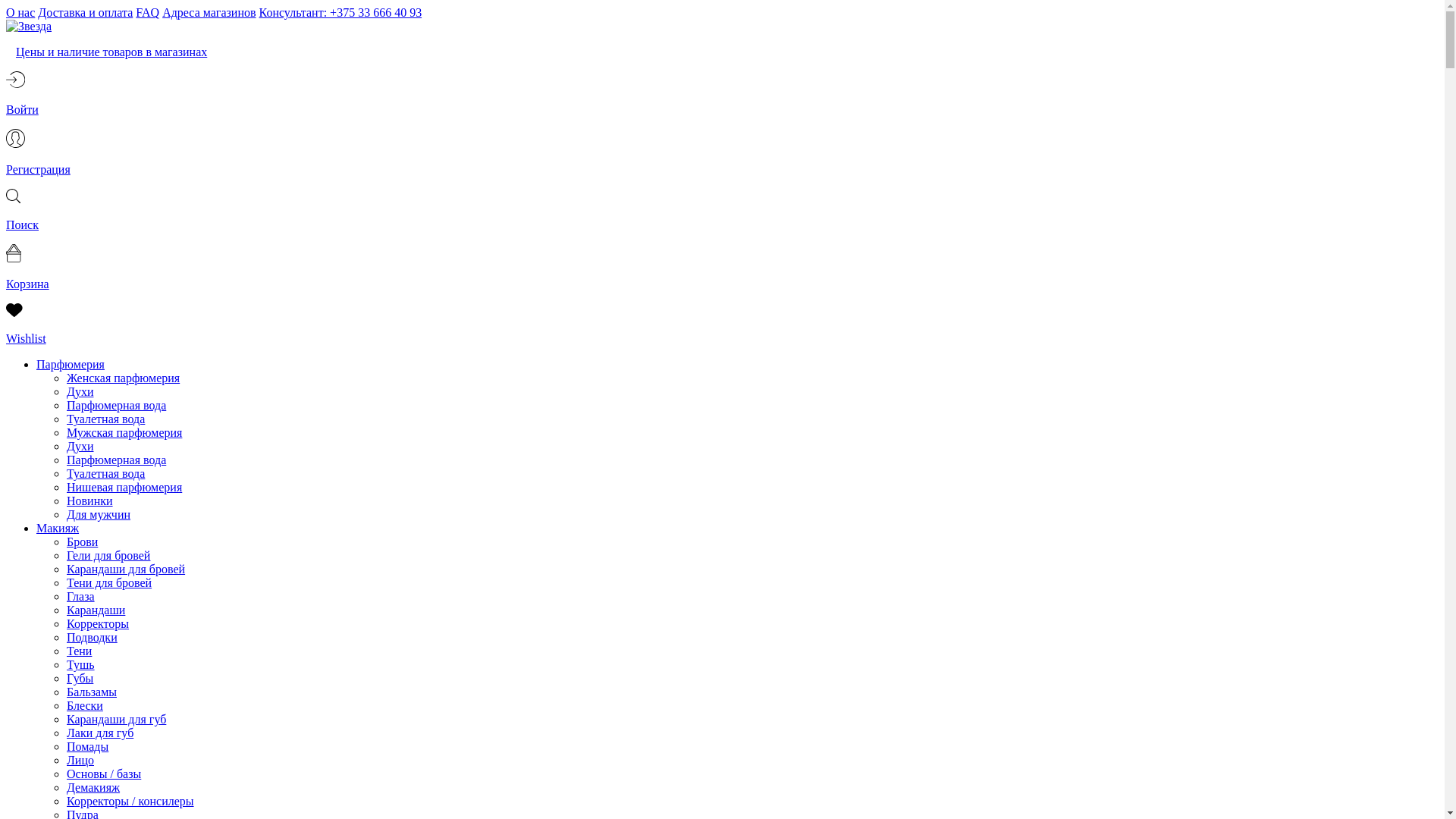 The height and width of the screenshot is (819, 1456). What do you see at coordinates (147, 12) in the screenshot?
I see `'FAQ'` at bounding box center [147, 12].